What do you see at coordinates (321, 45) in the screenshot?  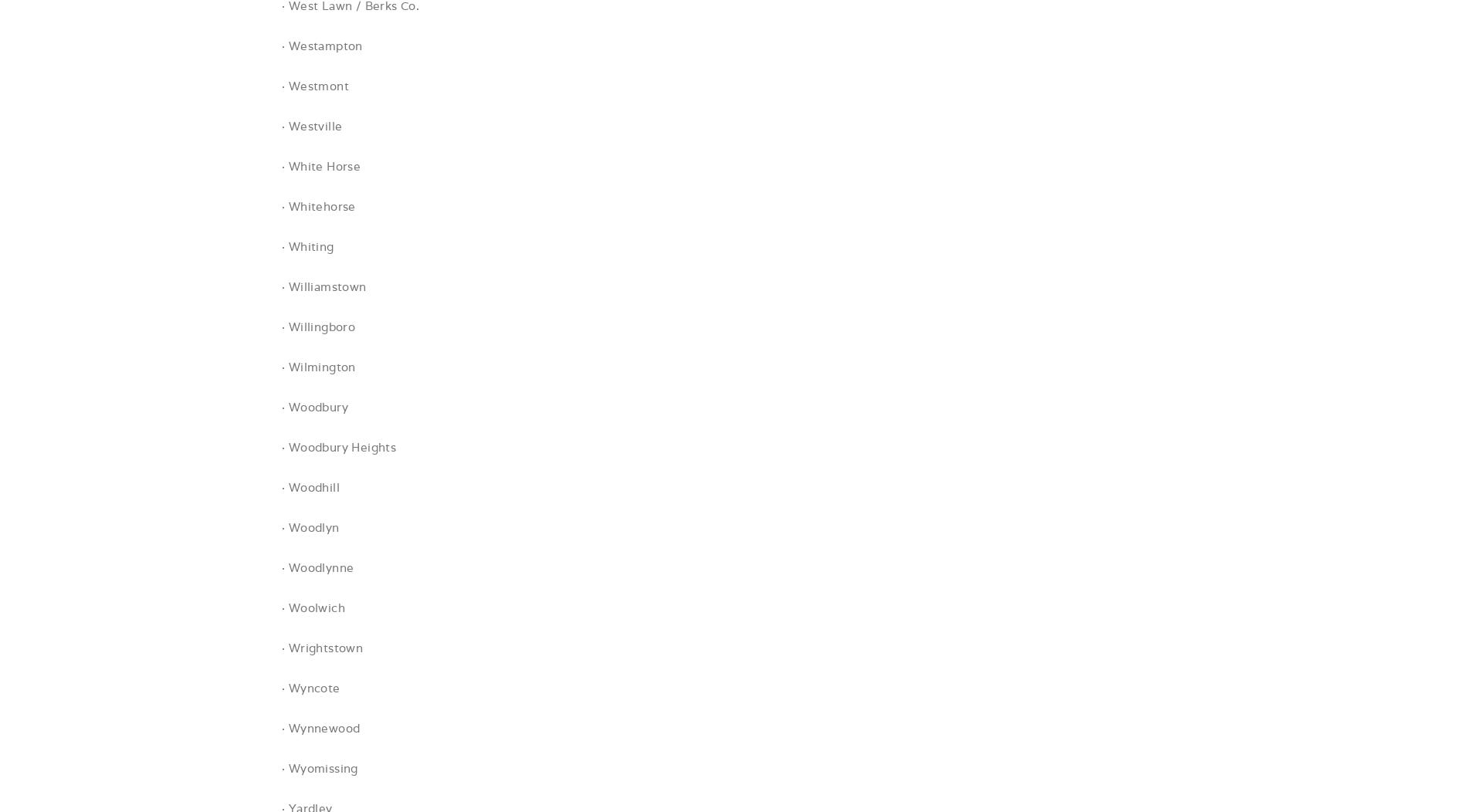 I see `'· Westampton'` at bounding box center [321, 45].